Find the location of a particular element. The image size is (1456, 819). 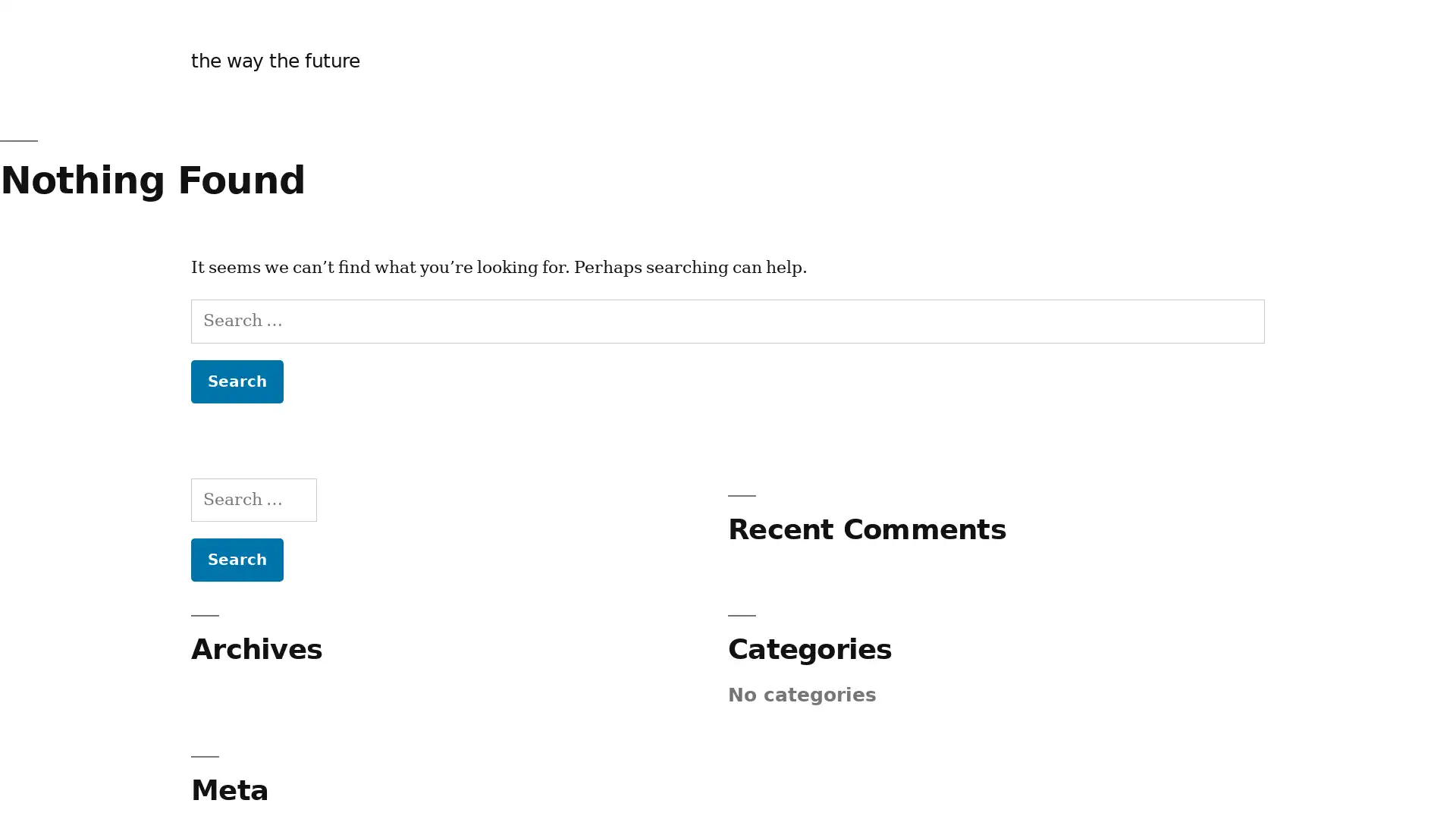

Search is located at coordinates (236, 560).